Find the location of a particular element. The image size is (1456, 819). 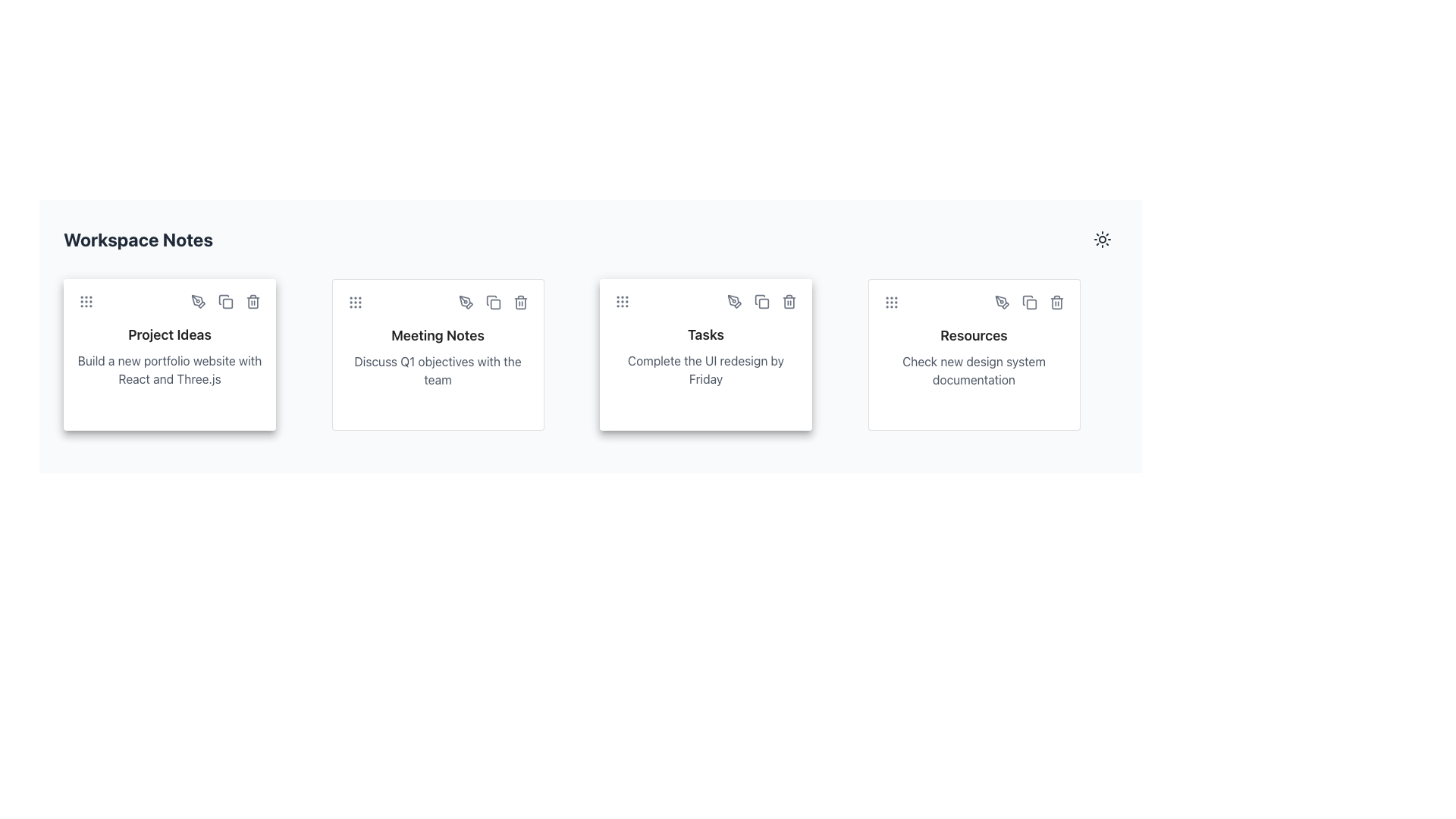

the handle icon located at the top-left corner of the 'Resources' card is located at coordinates (891, 302).